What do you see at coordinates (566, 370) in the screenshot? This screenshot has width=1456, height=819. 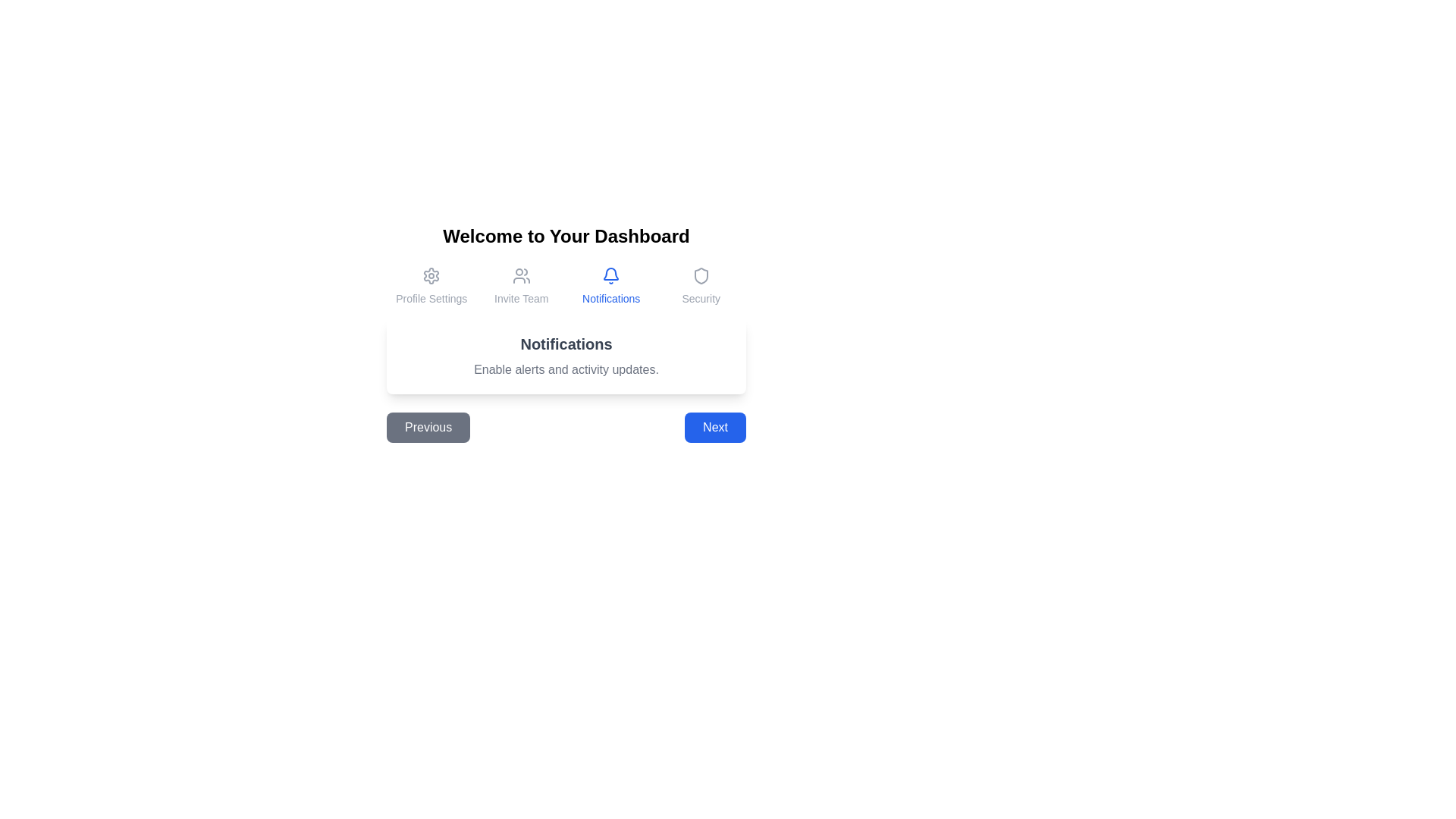 I see `the Text Label displaying 'Enable alerts and activity updates.' which is located below the 'Notifications' heading` at bounding box center [566, 370].